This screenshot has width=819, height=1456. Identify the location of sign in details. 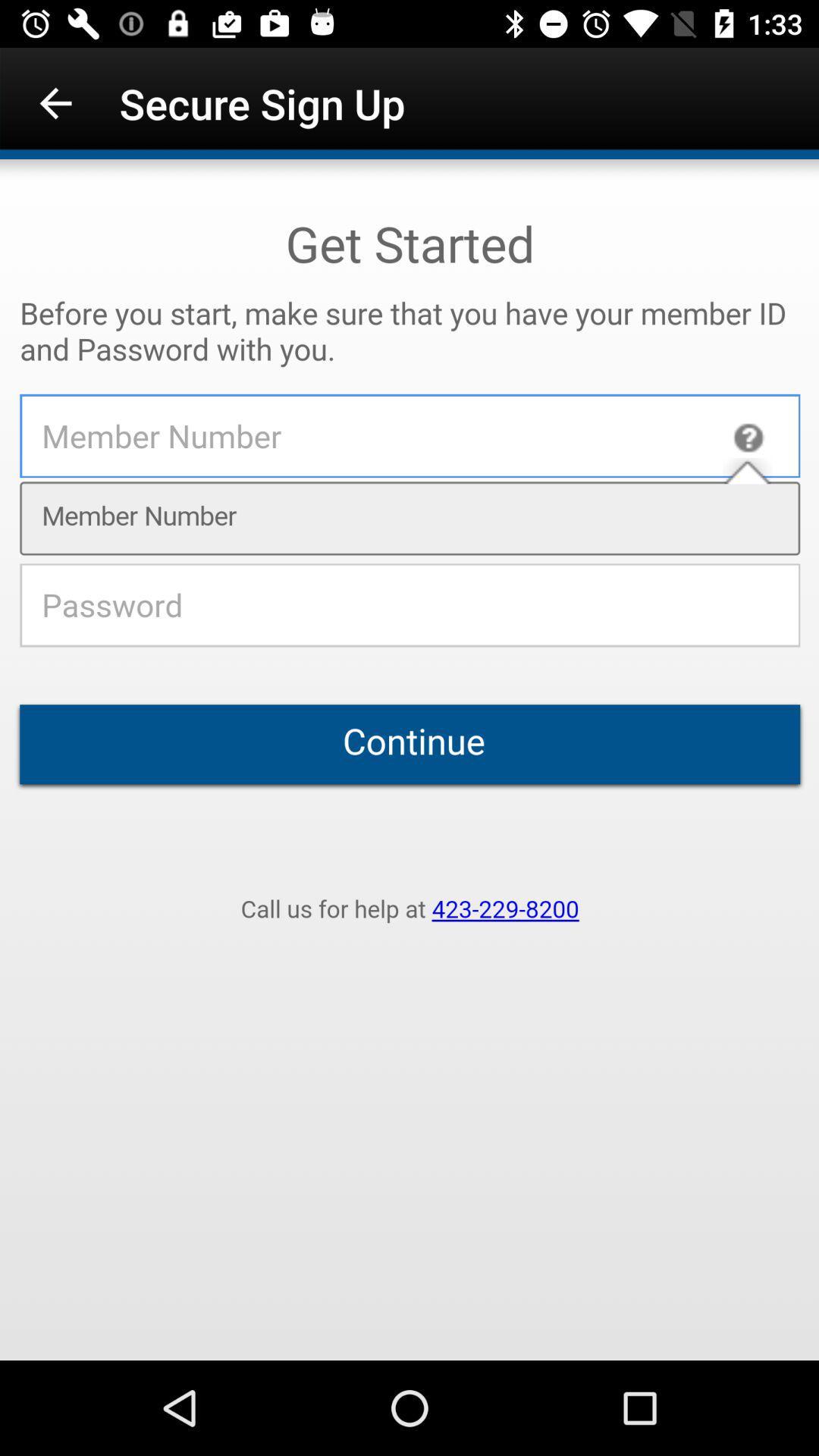
(409, 760).